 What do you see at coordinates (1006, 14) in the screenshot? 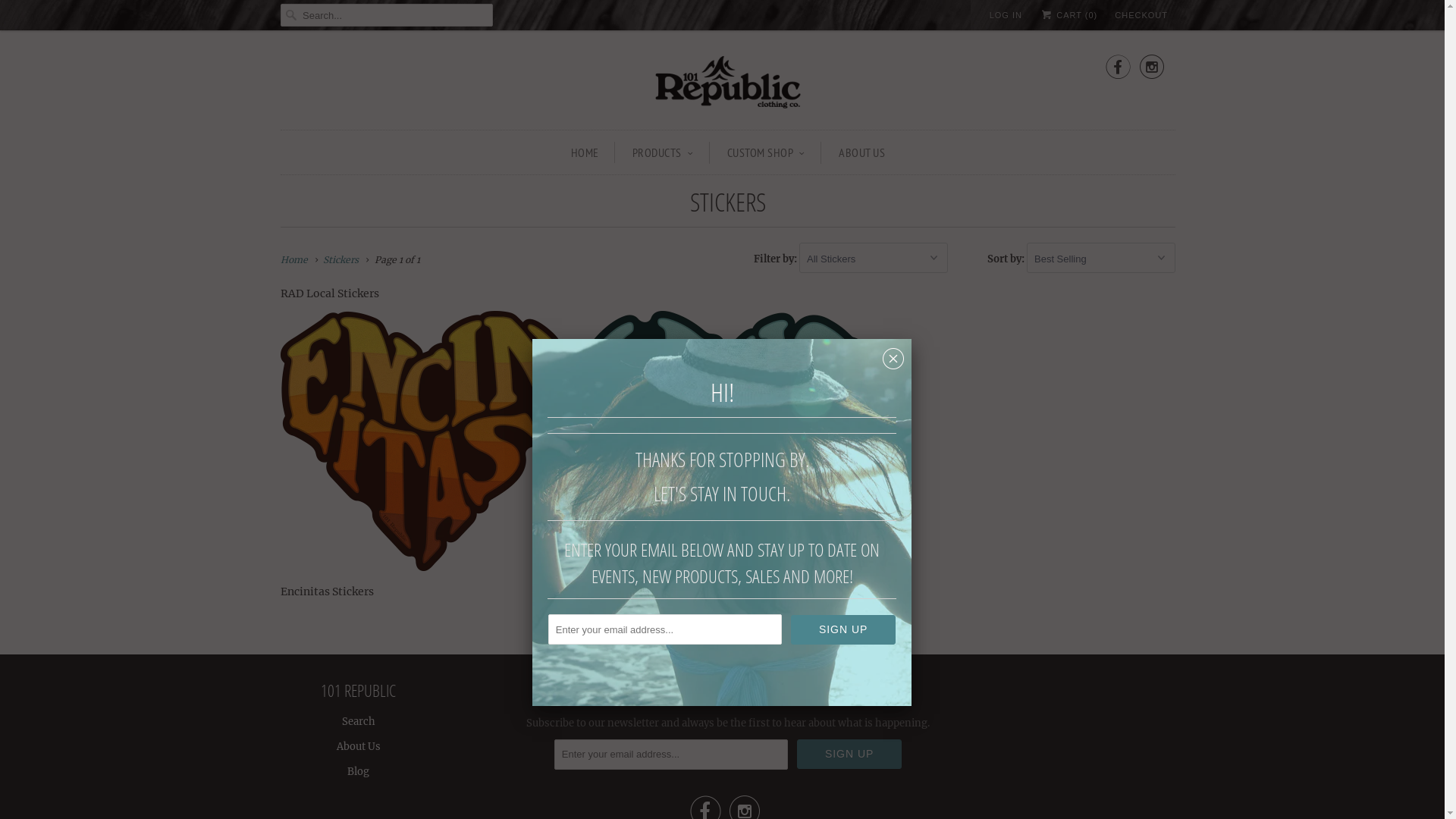
I see `'LOG IN'` at bounding box center [1006, 14].